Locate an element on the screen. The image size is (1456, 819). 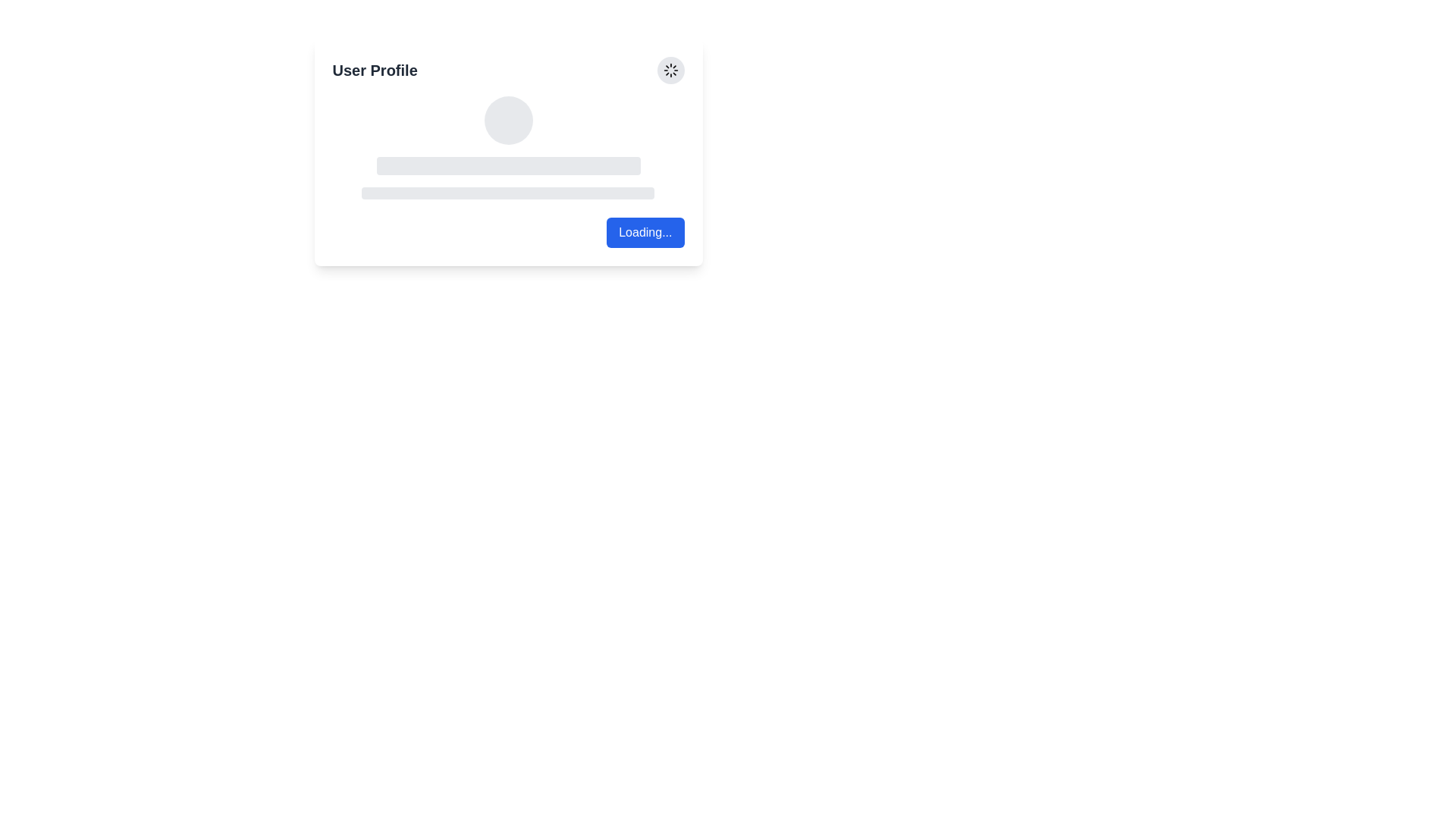
the circular loader icon, which features thin, radiating lines and is located within a circular button at the top-right corner of the card layout is located at coordinates (670, 70).